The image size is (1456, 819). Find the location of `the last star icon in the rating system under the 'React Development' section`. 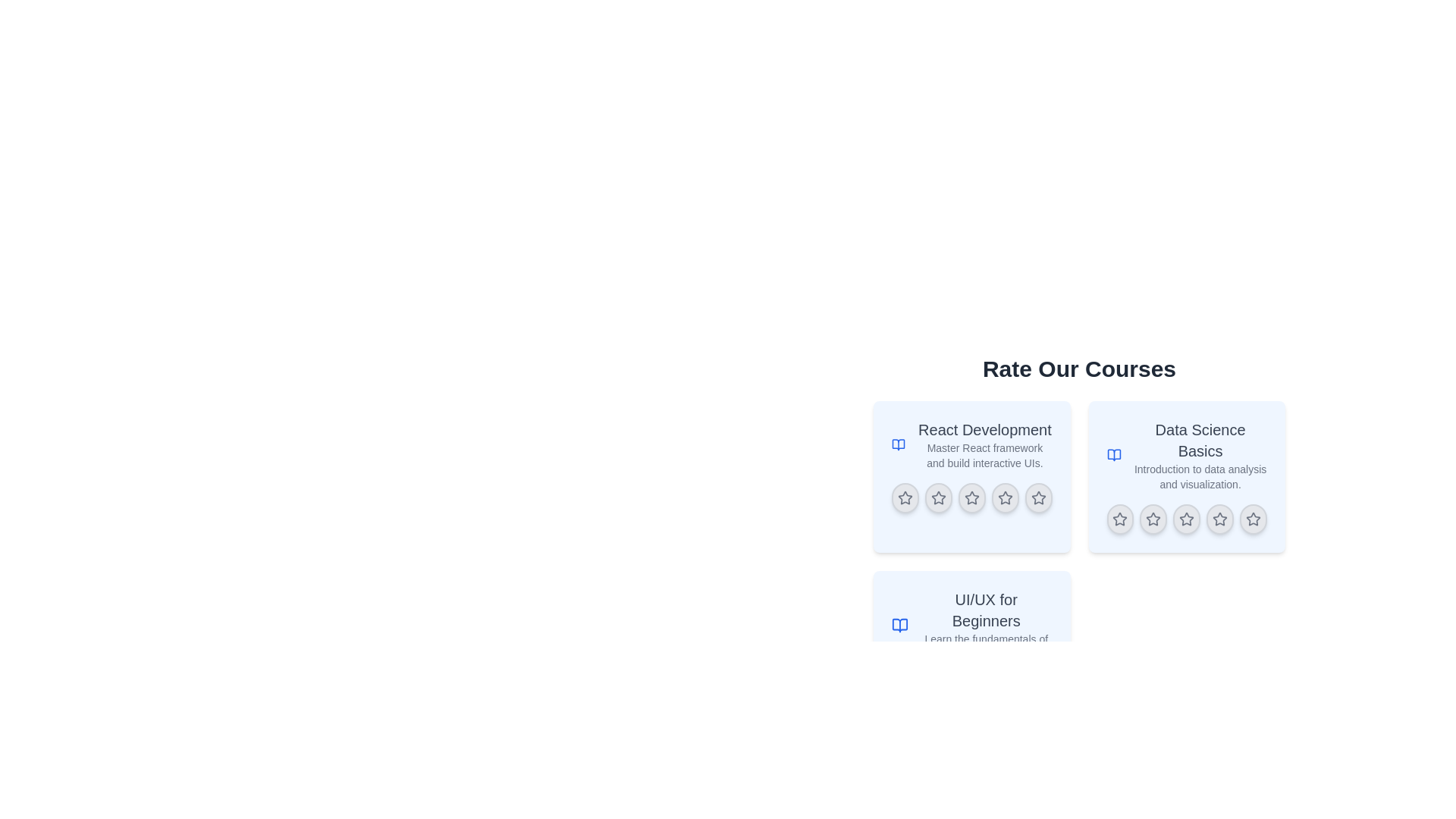

the last star icon in the rating system under the 'React Development' section is located at coordinates (1037, 497).